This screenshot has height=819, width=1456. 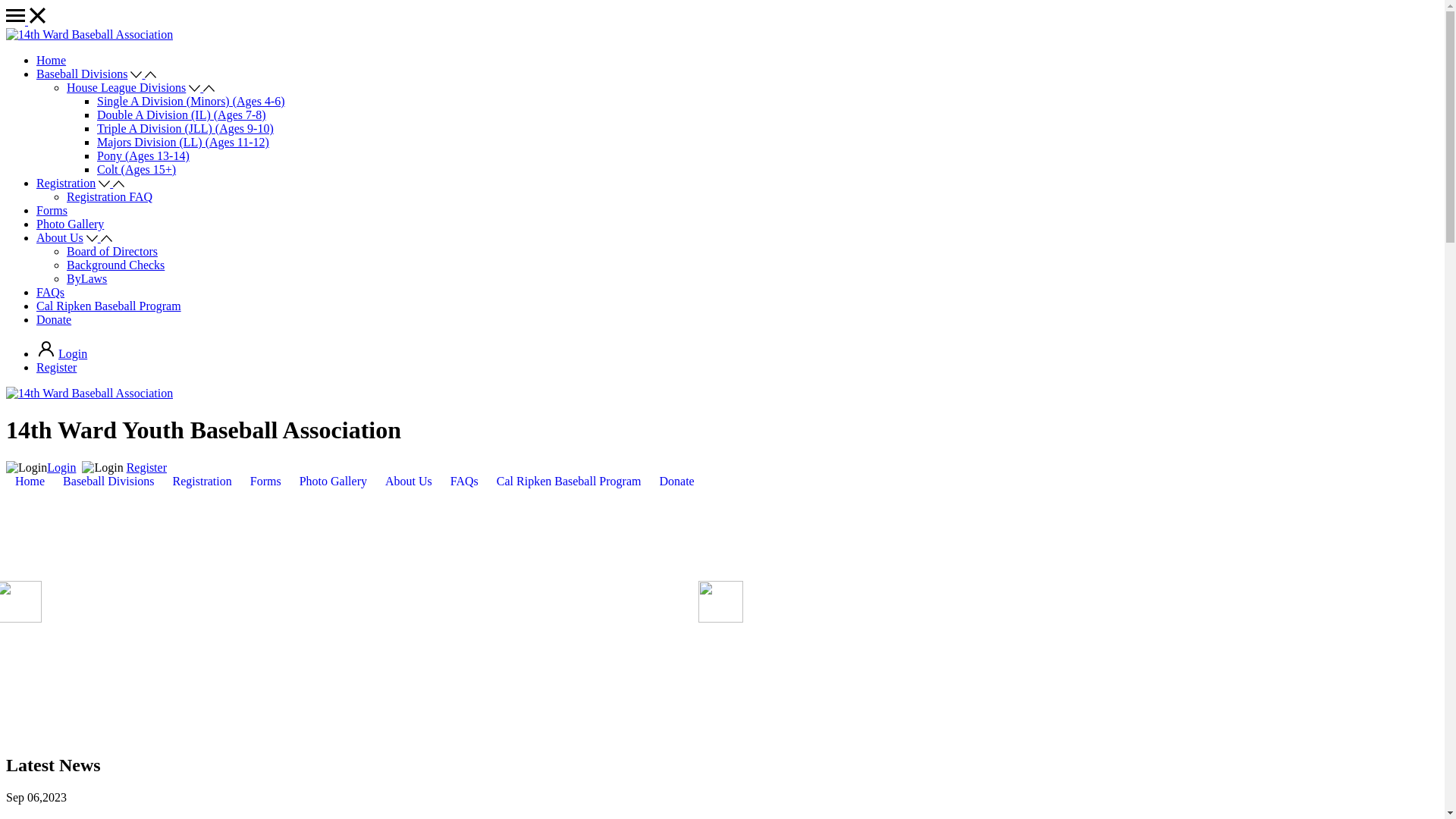 I want to click on 'Registration FAQ', so click(x=108, y=196).